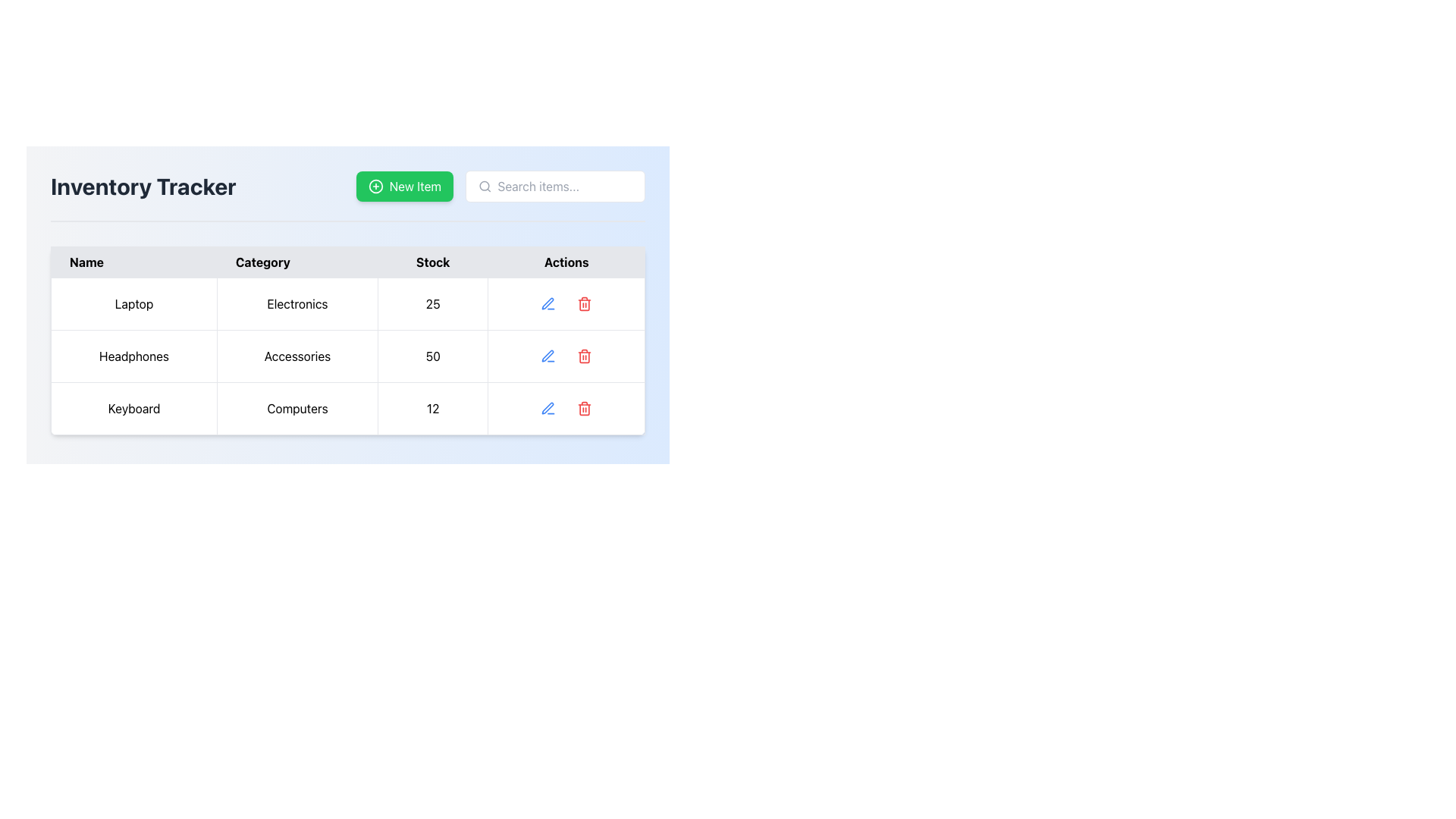  What do you see at coordinates (432, 356) in the screenshot?
I see `the table cell containing the text '50' in the 'Stock' column of the table, located in the third column of the second row under the 'Headphones' row` at bounding box center [432, 356].